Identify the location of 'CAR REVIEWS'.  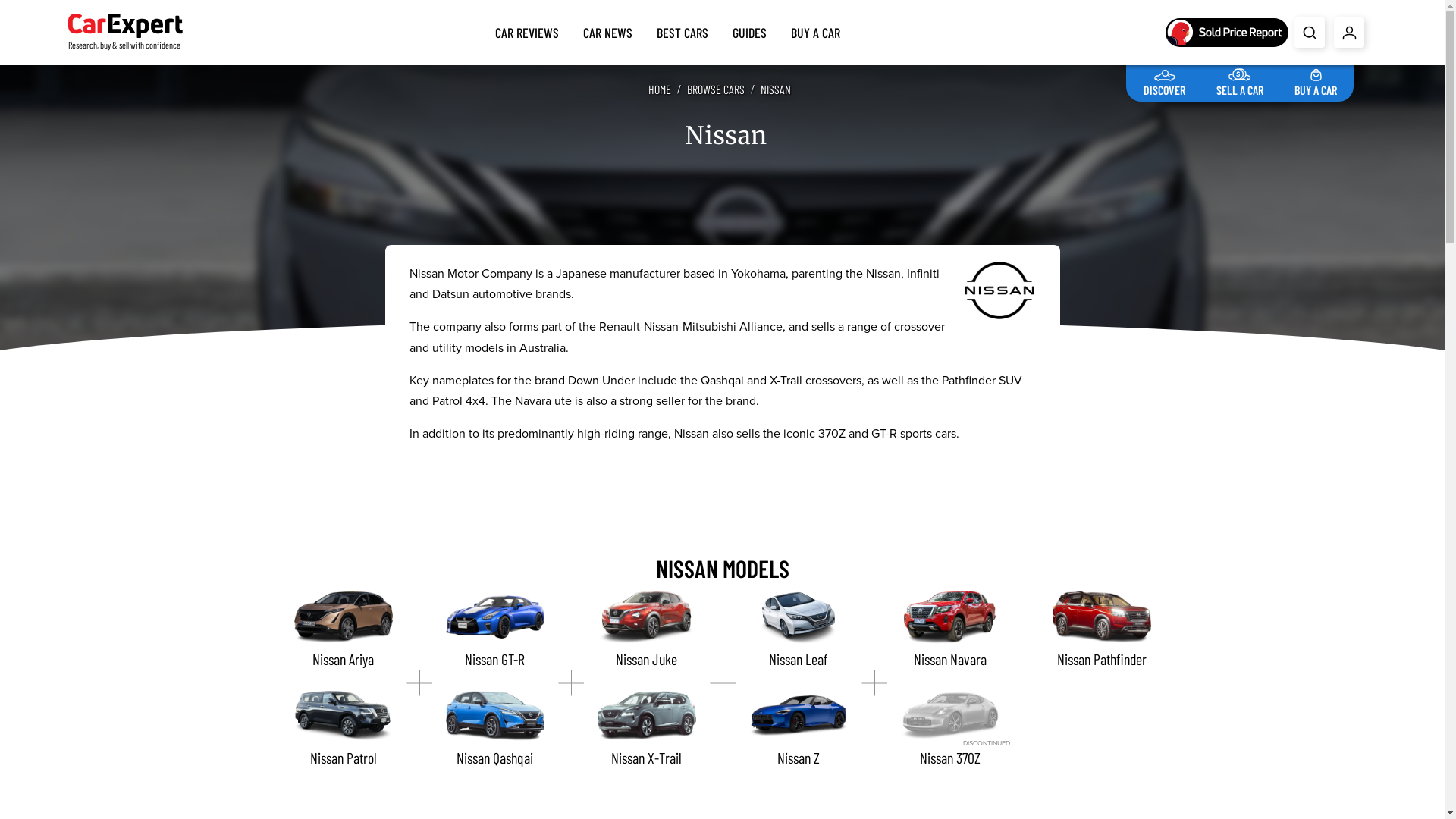
(527, 29).